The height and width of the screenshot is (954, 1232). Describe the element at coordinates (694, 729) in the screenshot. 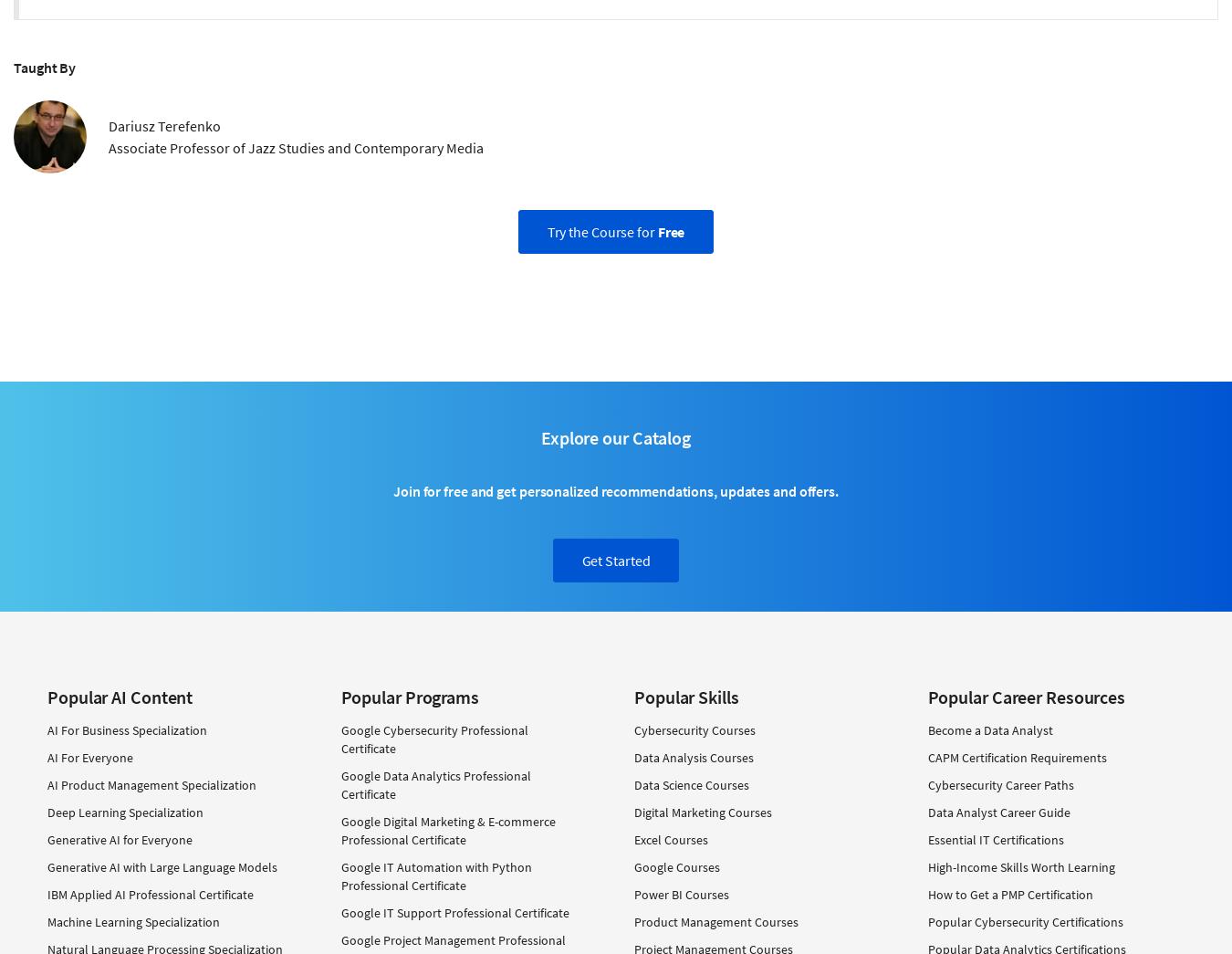

I see `'Cybersecurity Courses'` at that location.